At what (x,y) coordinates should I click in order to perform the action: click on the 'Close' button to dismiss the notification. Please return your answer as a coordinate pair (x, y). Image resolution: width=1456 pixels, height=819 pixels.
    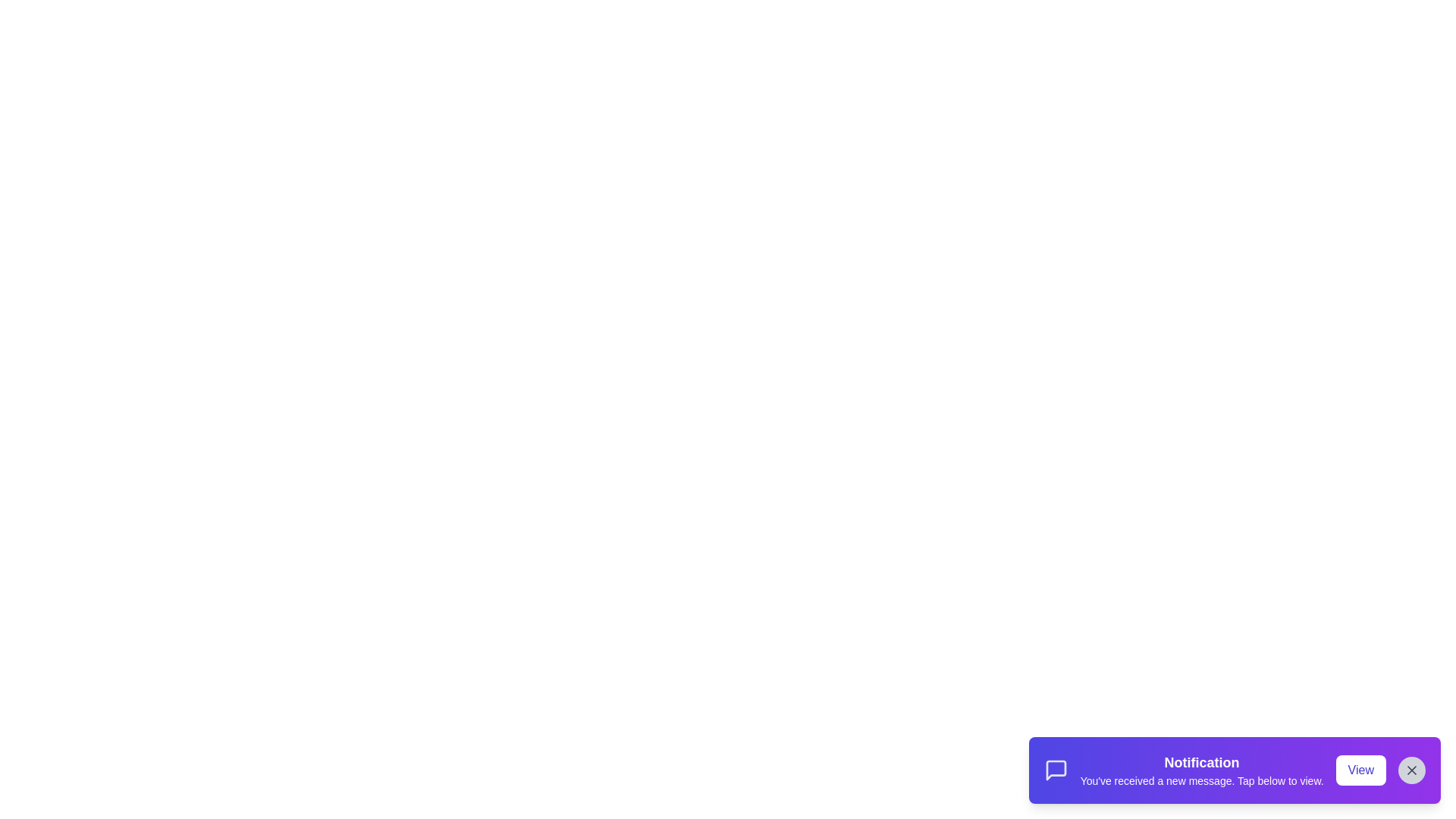
    Looking at the image, I should click on (1411, 770).